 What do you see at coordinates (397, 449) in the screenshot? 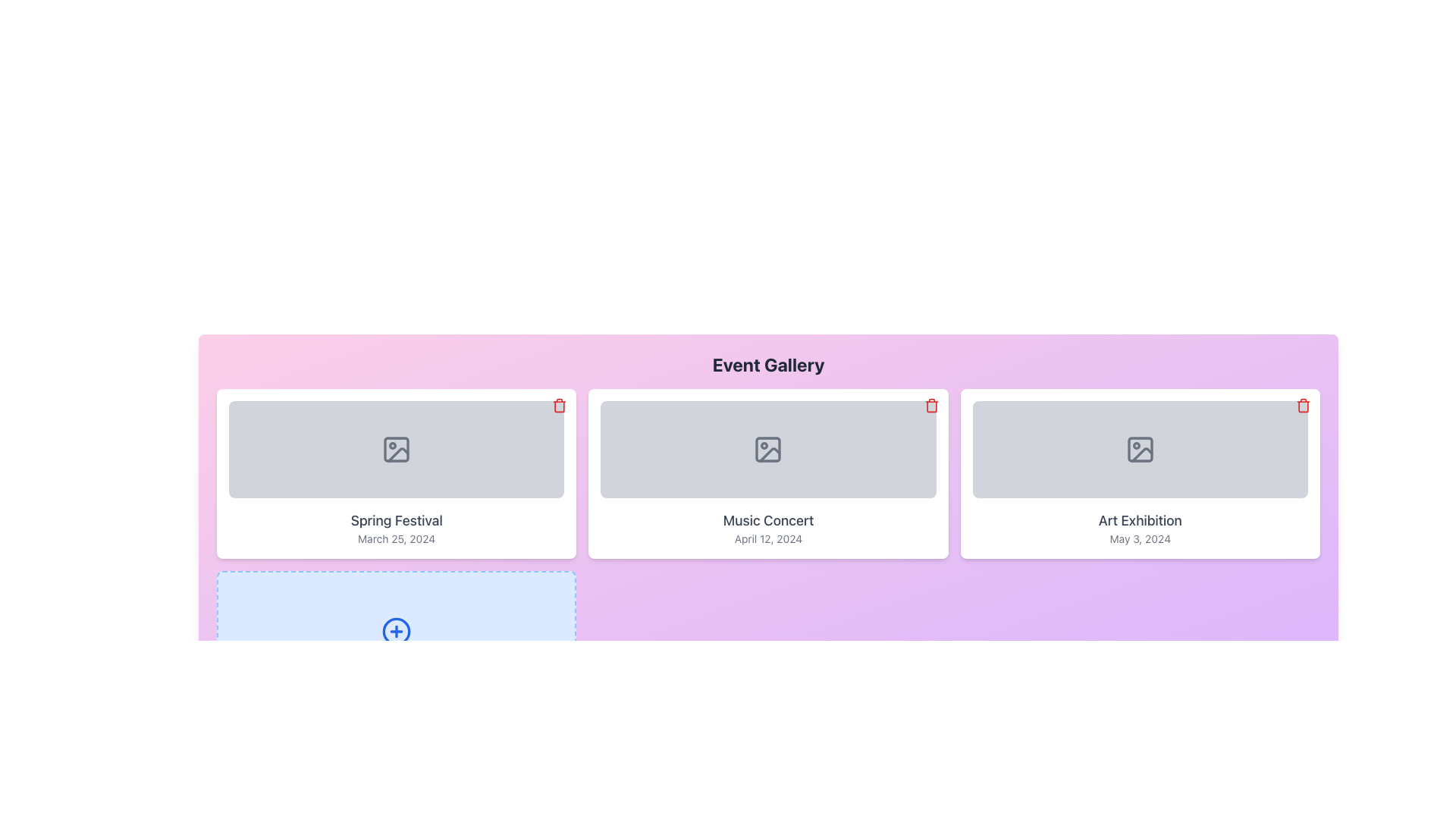
I see `the Image Placeholder which is a rectangle with rounded corners and a grey background, featuring a light grey photo icon, located at the top area of the 'Spring Festival' card in the event gallery` at bounding box center [397, 449].